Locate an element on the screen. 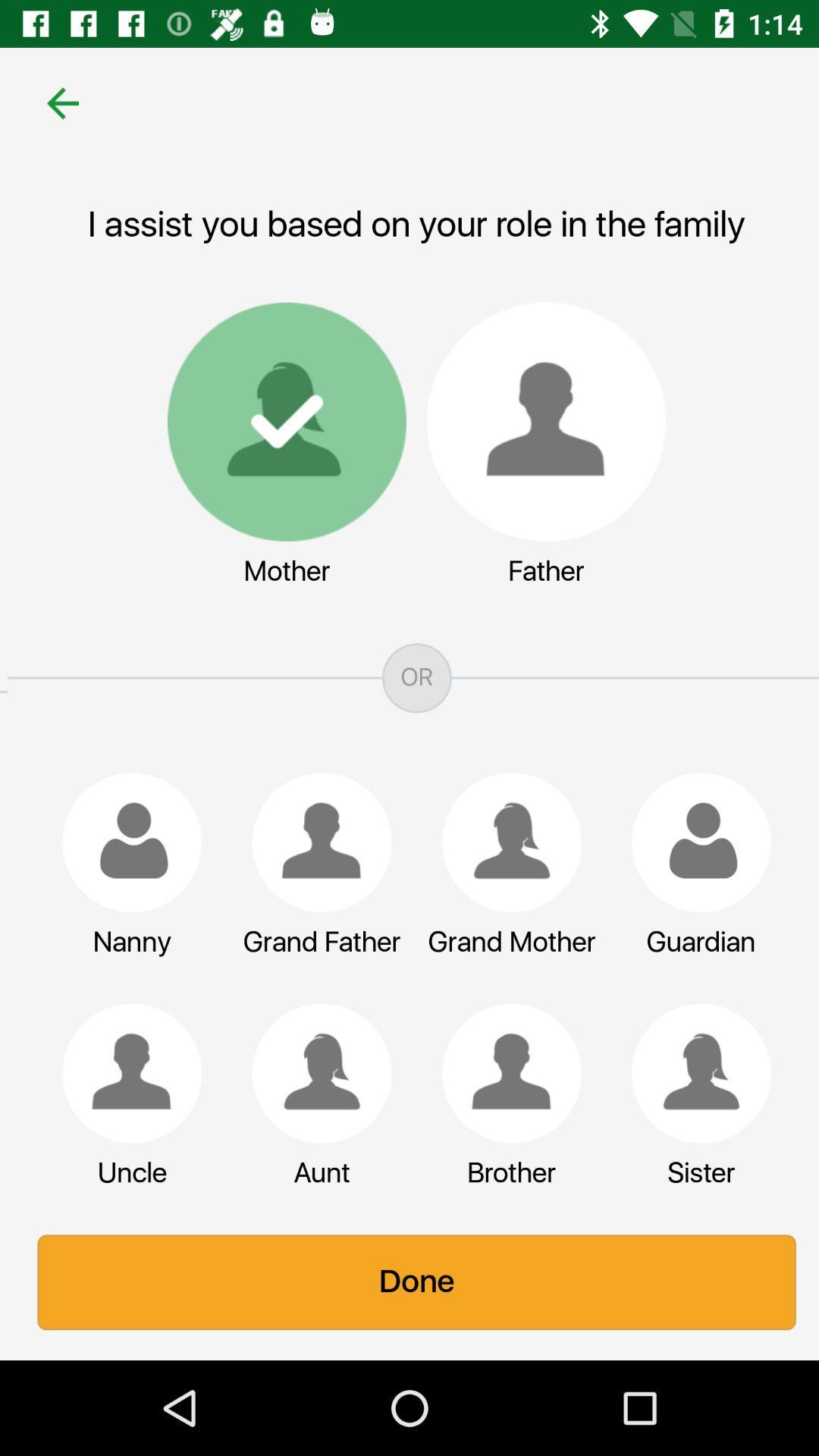 Image resolution: width=819 pixels, height=1456 pixels. guardian option is located at coordinates (694, 842).